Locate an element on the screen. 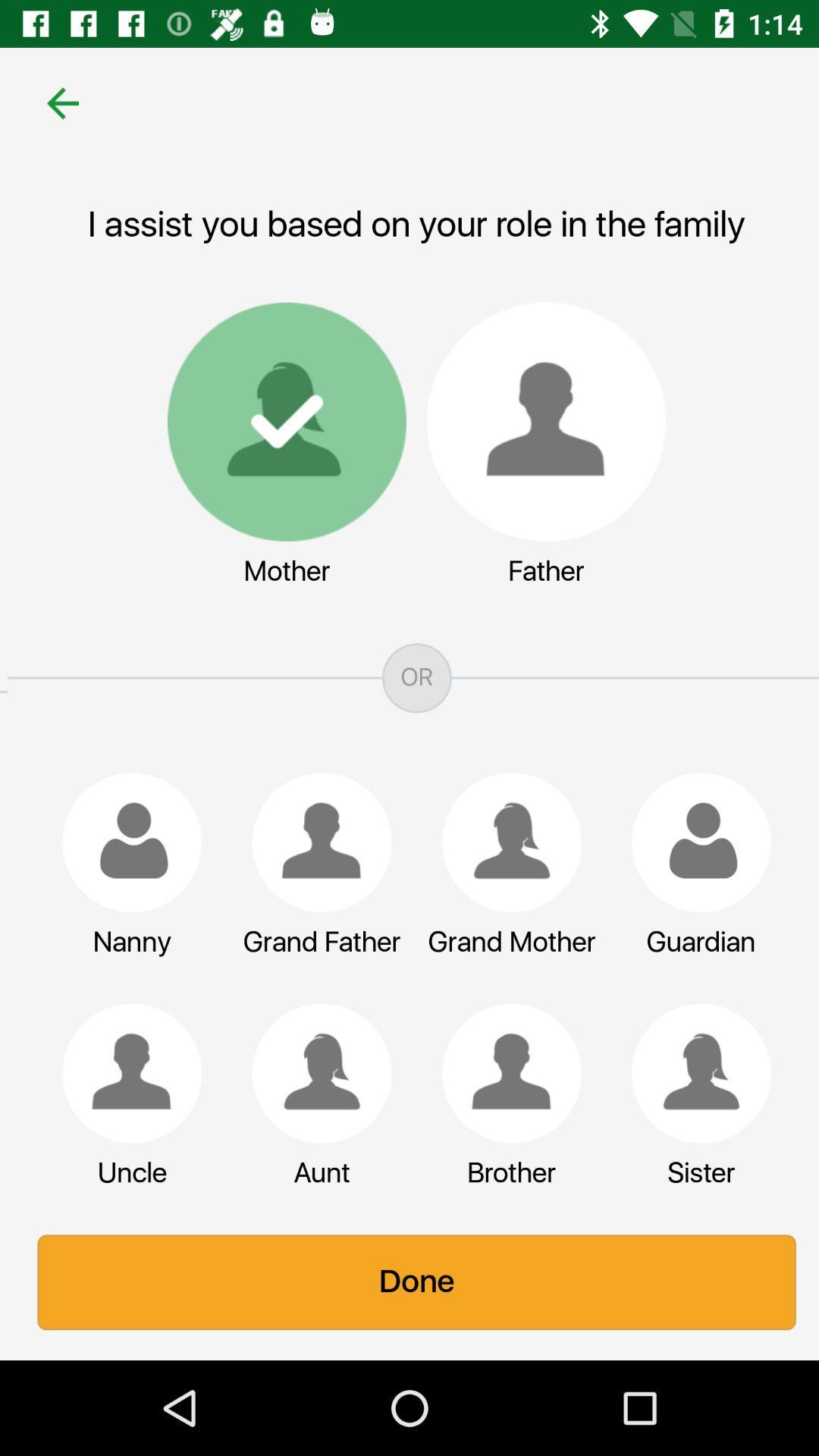 Image resolution: width=819 pixels, height=1456 pixels. guardian option is located at coordinates (694, 842).